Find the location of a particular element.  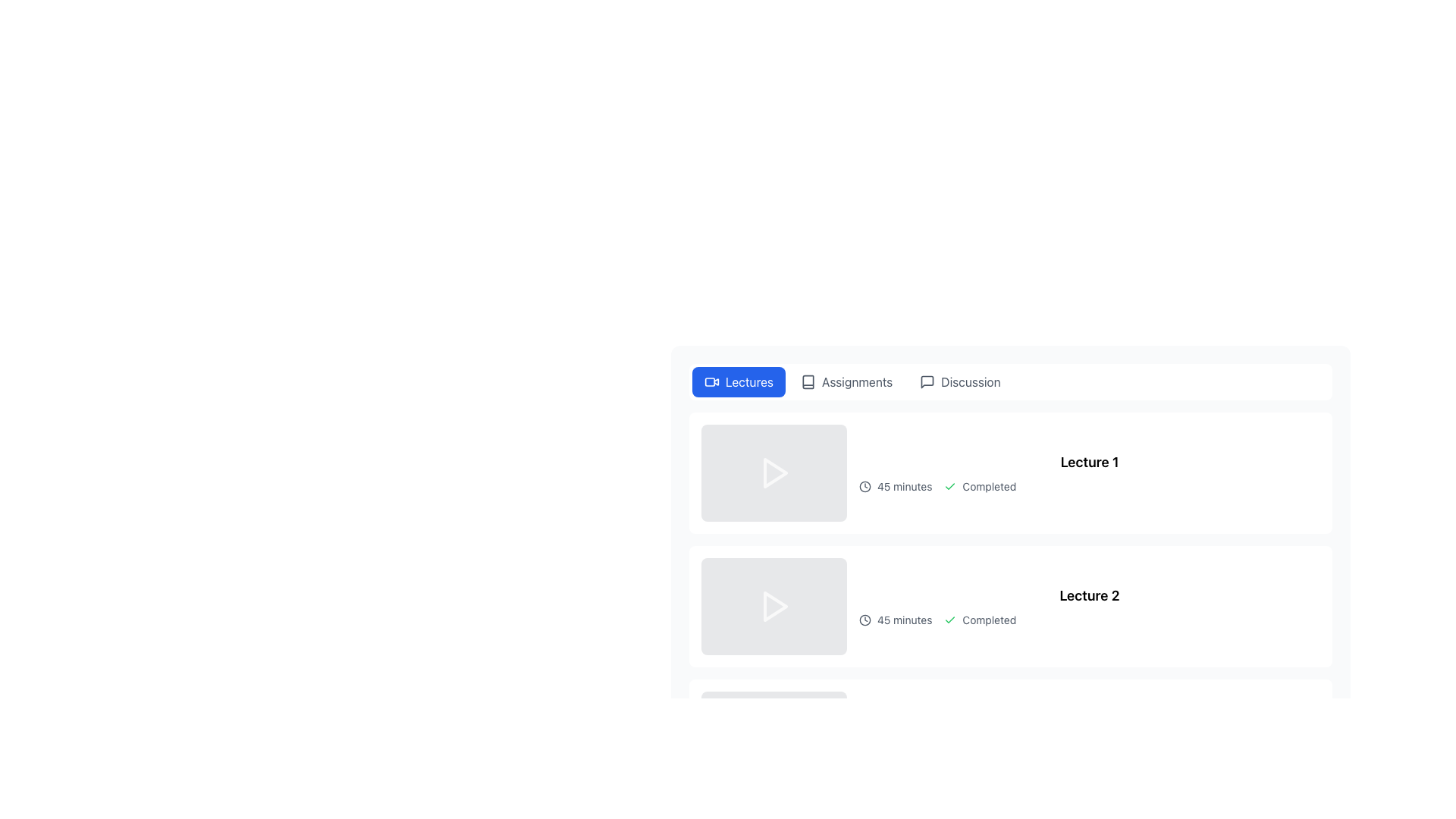

the discussion icon is located at coordinates (927, 381).